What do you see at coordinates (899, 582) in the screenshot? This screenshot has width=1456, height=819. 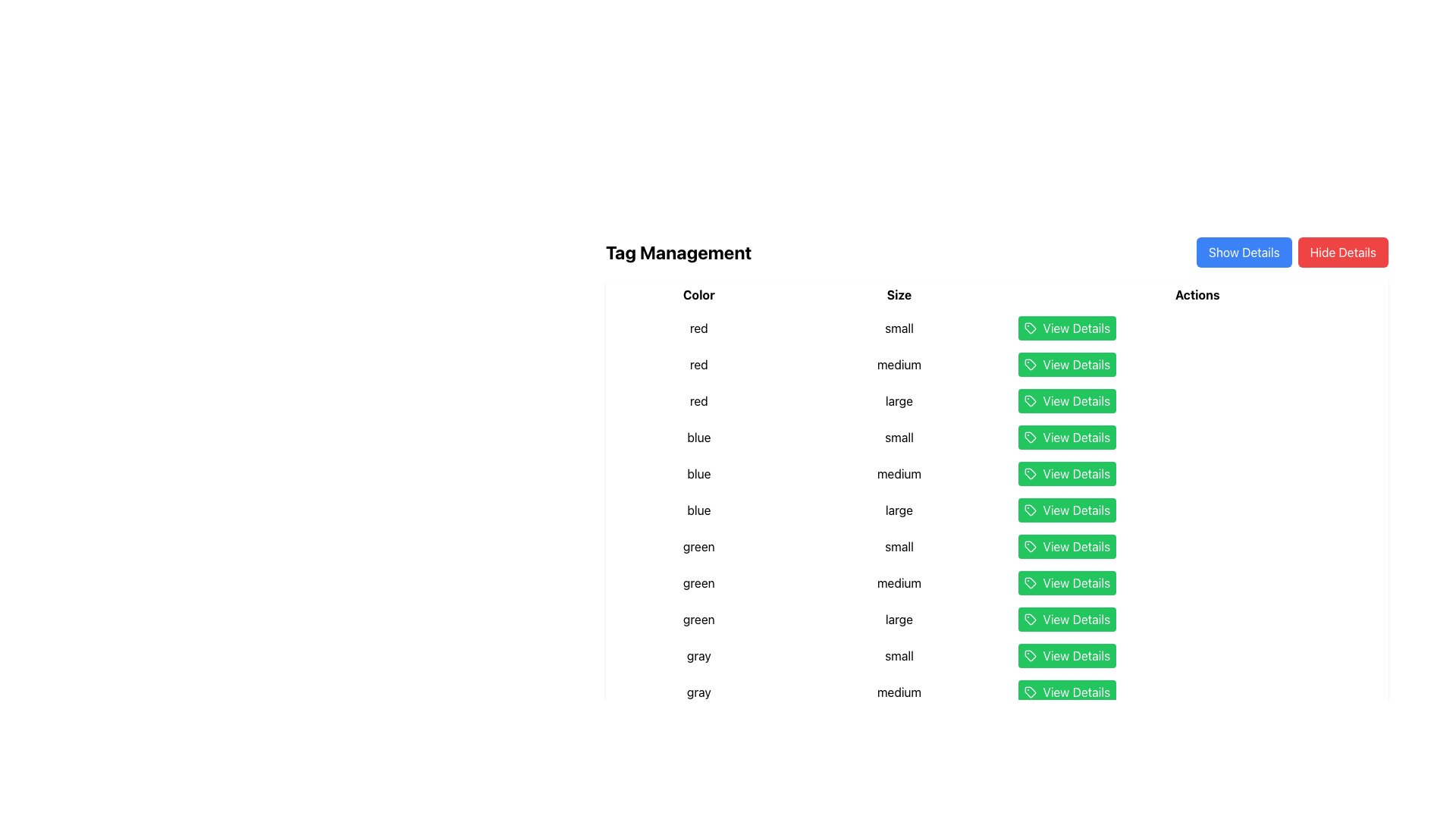 I see `the Text label indicating the size attribute 'medium' associated with the color 'green' in the table, located in the middle column of the row` at bounding box center [899, 582].